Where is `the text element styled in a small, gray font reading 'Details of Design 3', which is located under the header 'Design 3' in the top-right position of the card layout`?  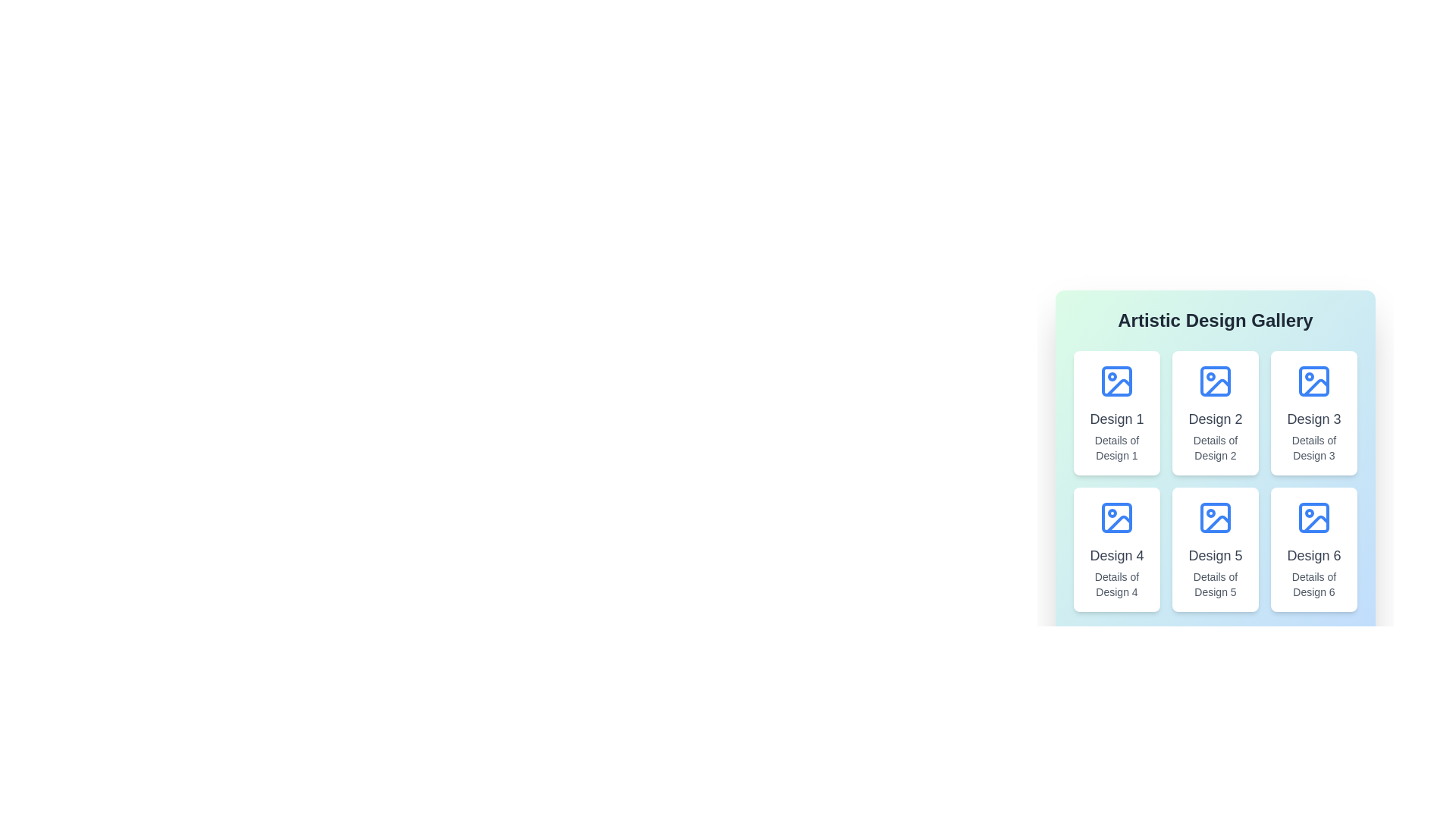
the text element styled in a small, gray font reading 'Details of Design 3', which is located under the header 'Design 3' in the top-right position of the card layout is located at coordinates (1313, 447).